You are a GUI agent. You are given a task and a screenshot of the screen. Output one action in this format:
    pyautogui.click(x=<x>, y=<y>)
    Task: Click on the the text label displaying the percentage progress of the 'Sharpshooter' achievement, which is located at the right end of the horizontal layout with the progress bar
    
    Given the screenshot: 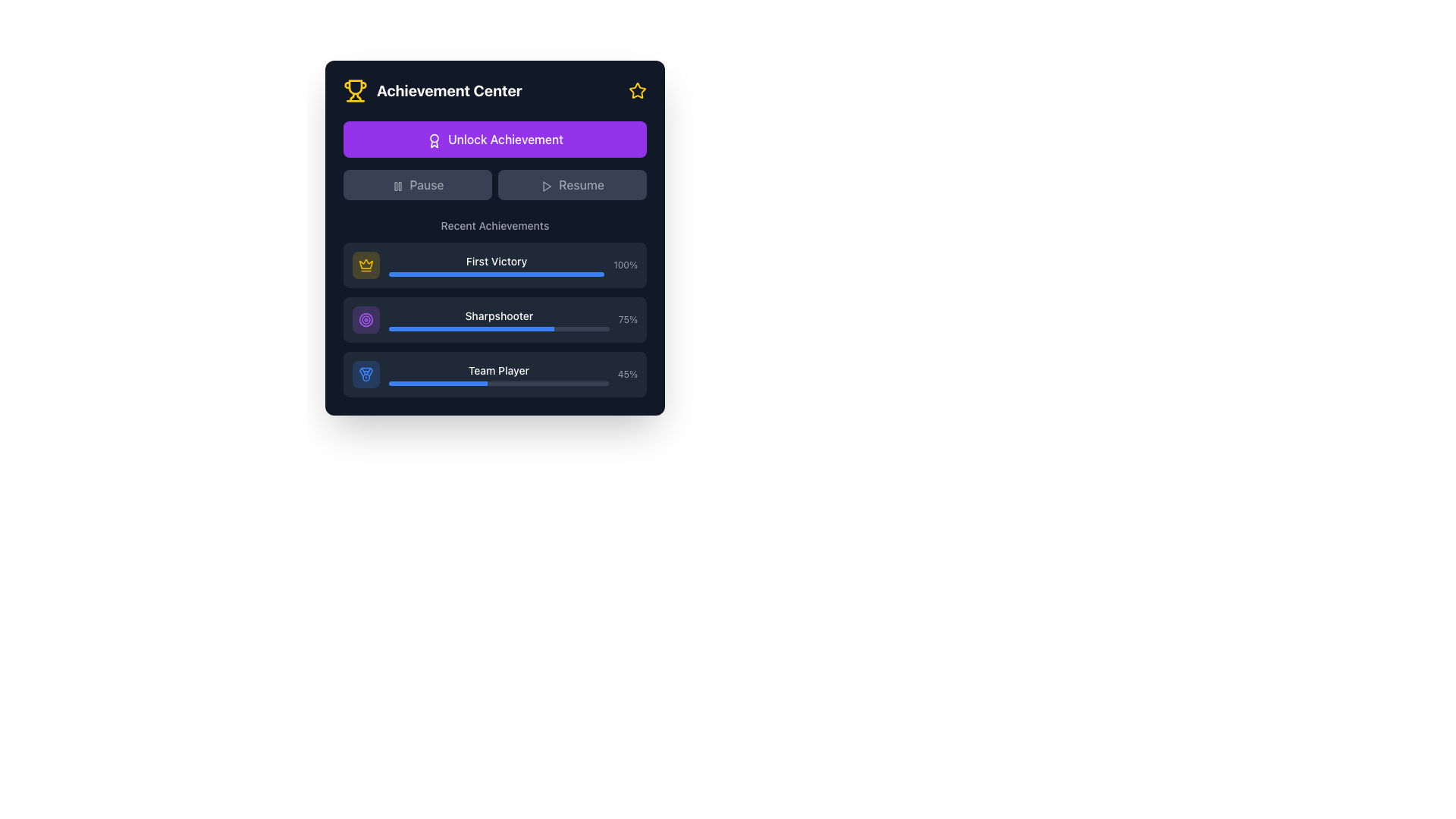 What is the action you would take?
    pyautogui.click(x=628, y=318)
    